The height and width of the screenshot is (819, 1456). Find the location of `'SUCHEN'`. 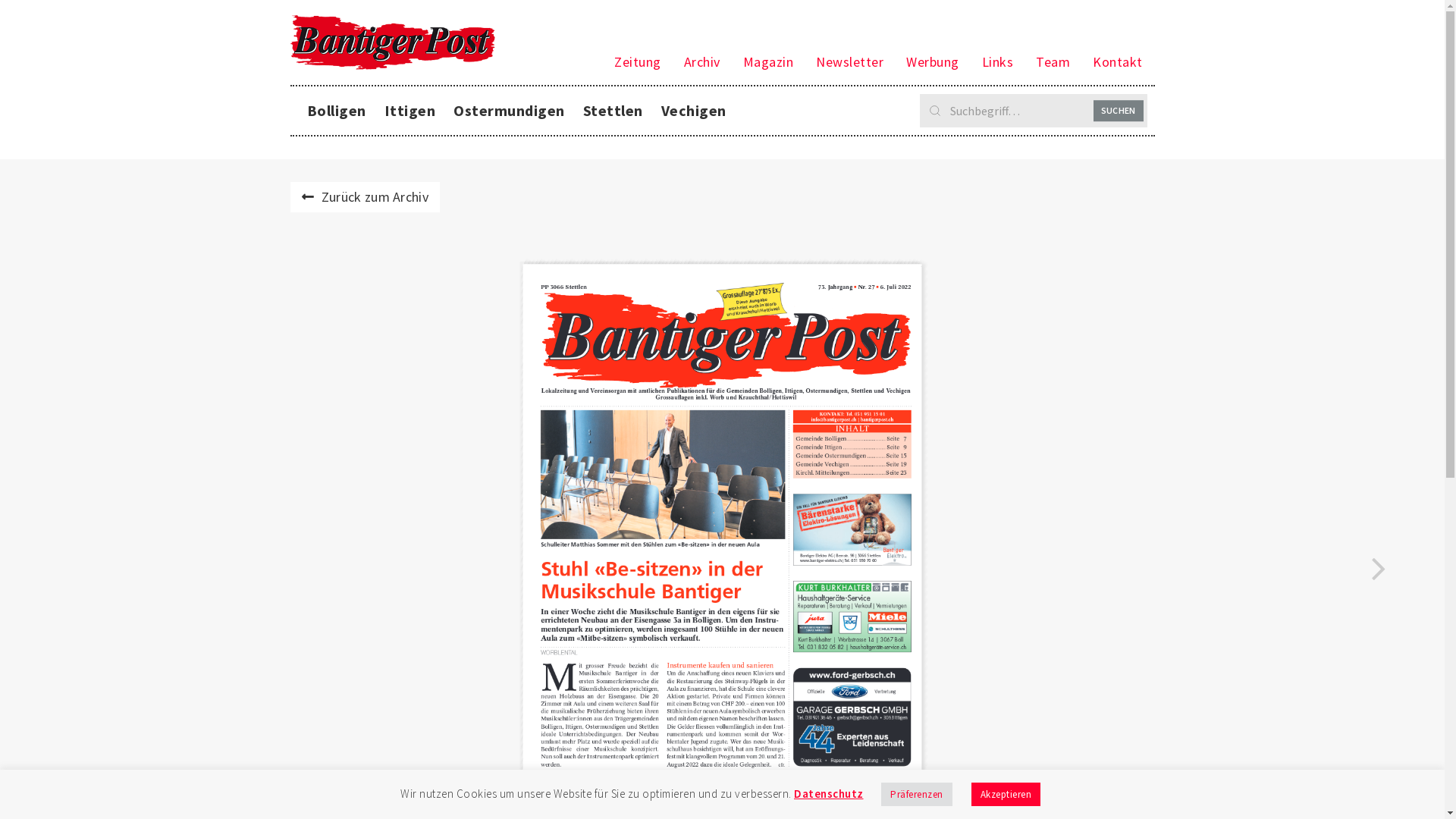

'SUCHEN' is located at coordinates (1093, 110).